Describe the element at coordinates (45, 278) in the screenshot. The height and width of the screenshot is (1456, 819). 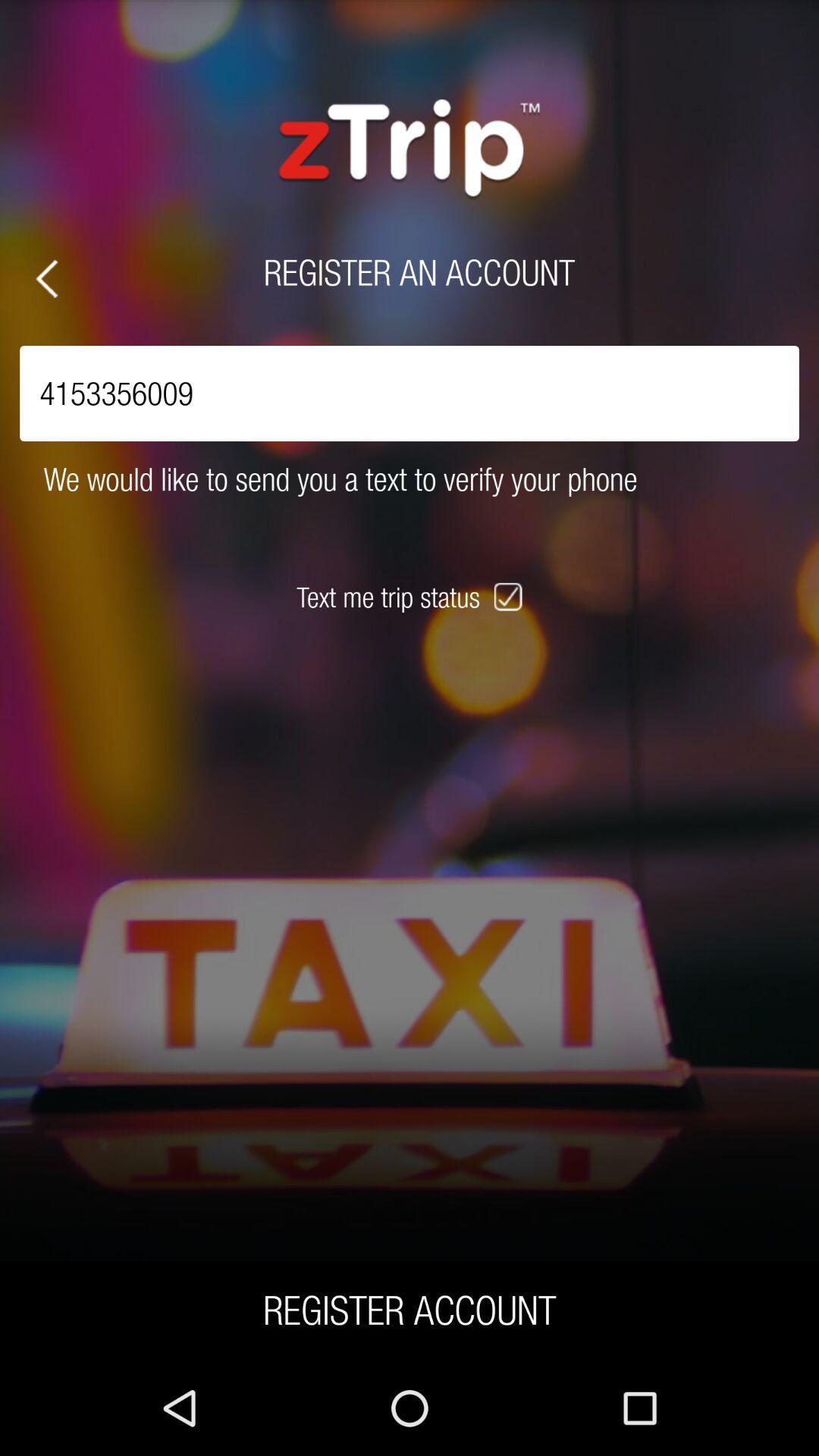
I see `the icon at the top left corner` at that location.